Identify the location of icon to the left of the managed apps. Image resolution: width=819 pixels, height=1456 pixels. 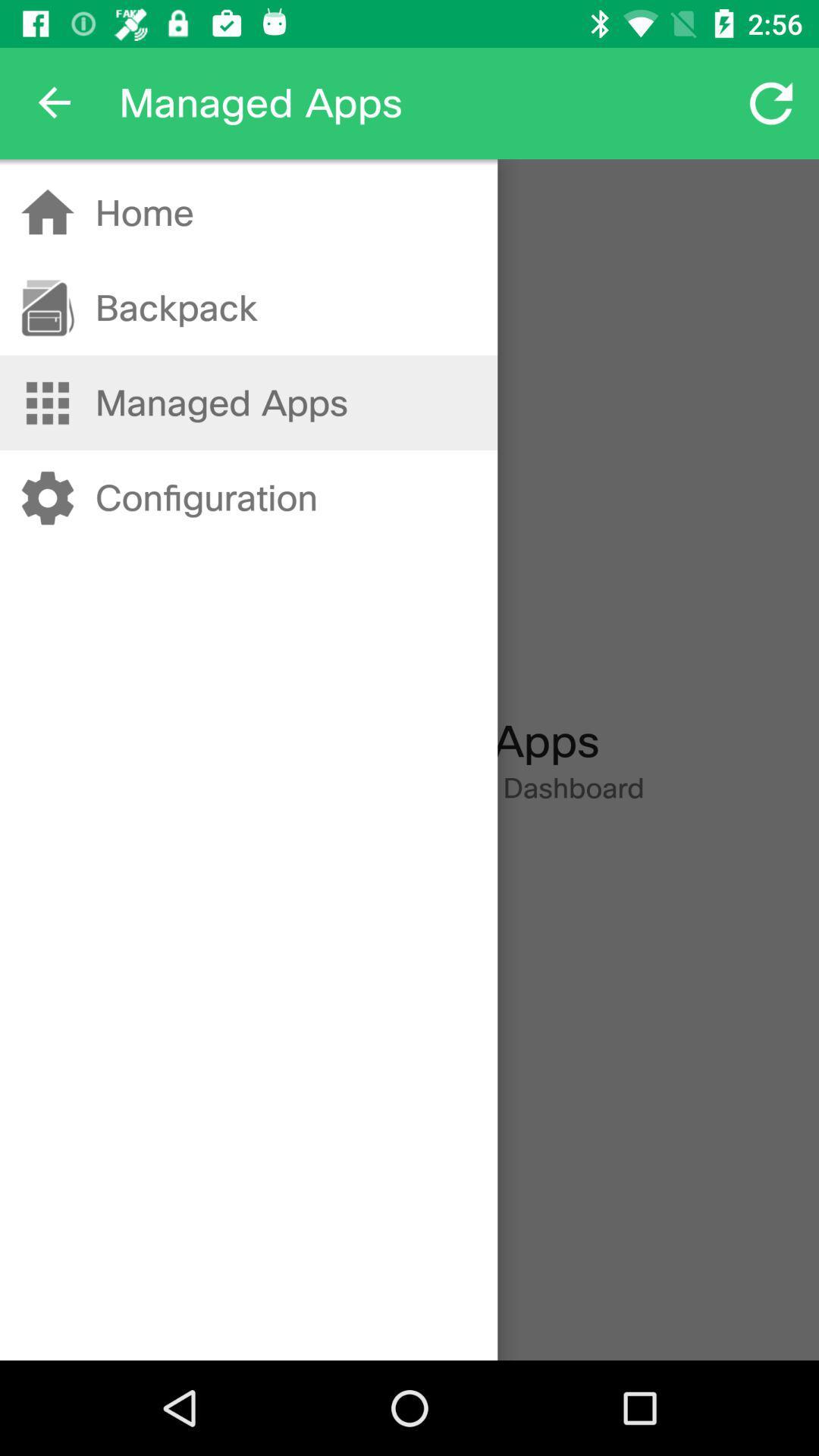
(55, 102).